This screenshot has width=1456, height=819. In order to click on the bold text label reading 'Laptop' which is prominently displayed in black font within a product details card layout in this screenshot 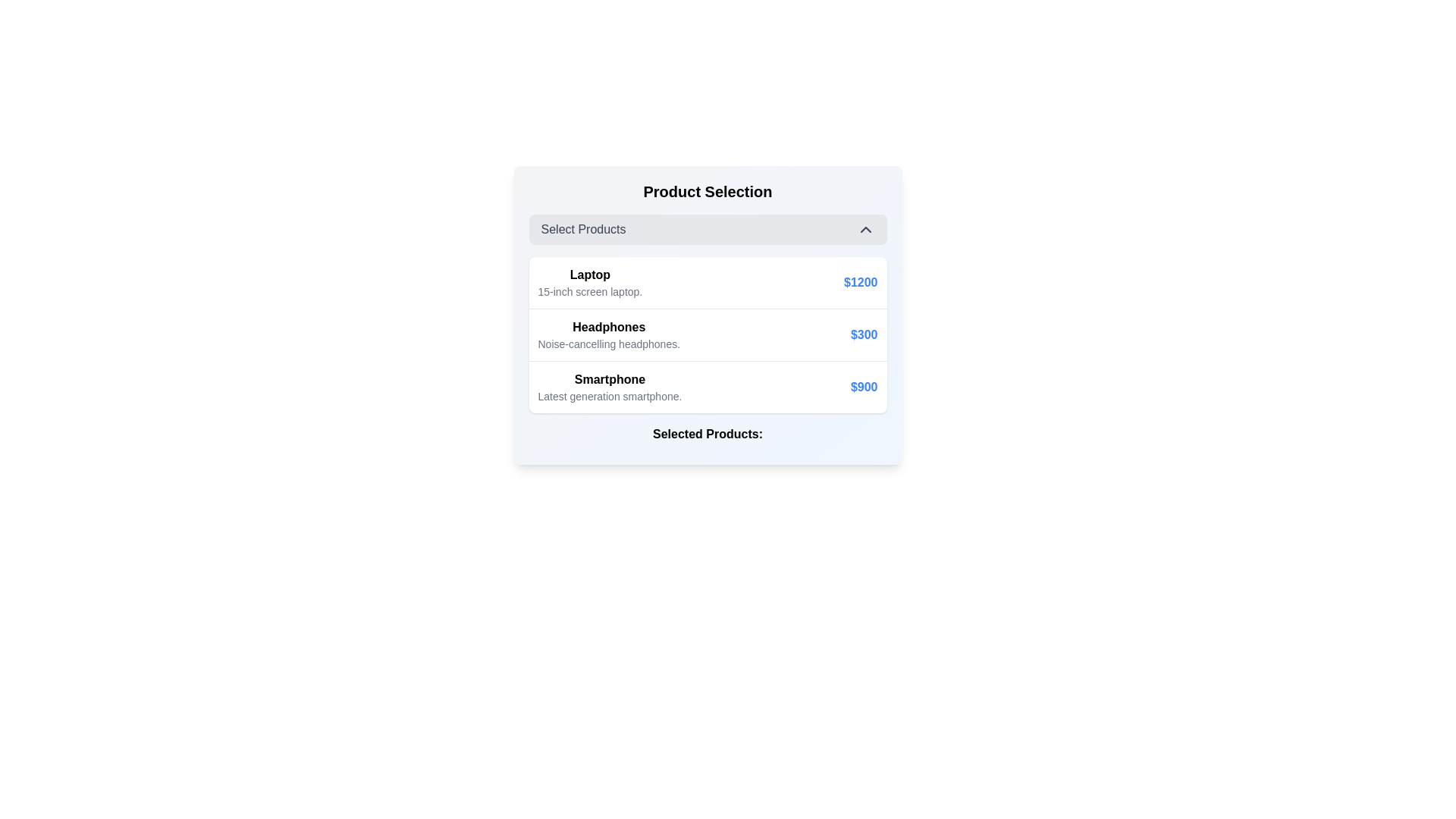, I will do `click(589, 275)`.